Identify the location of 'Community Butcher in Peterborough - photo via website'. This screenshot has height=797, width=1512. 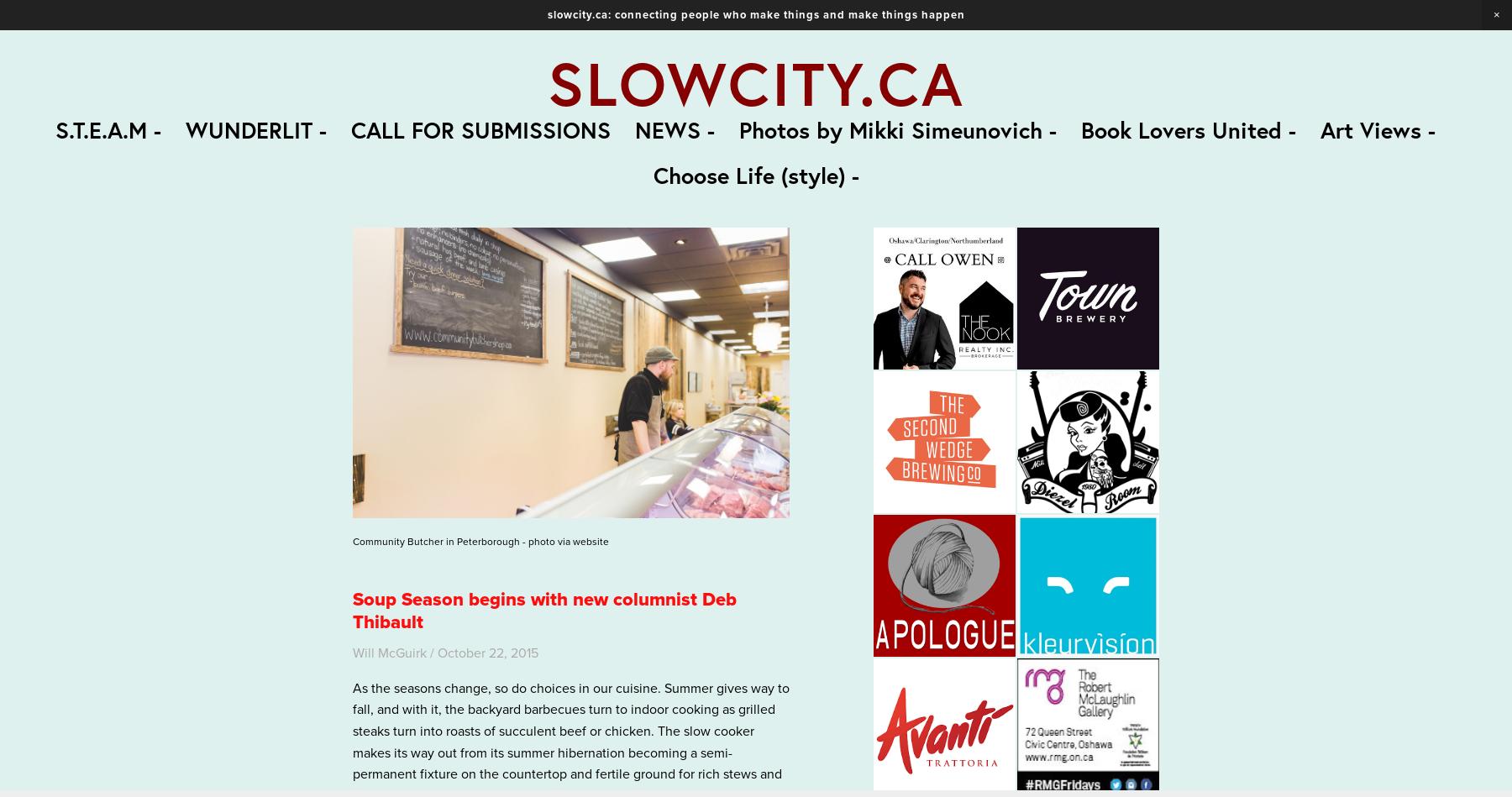
(480, 542).